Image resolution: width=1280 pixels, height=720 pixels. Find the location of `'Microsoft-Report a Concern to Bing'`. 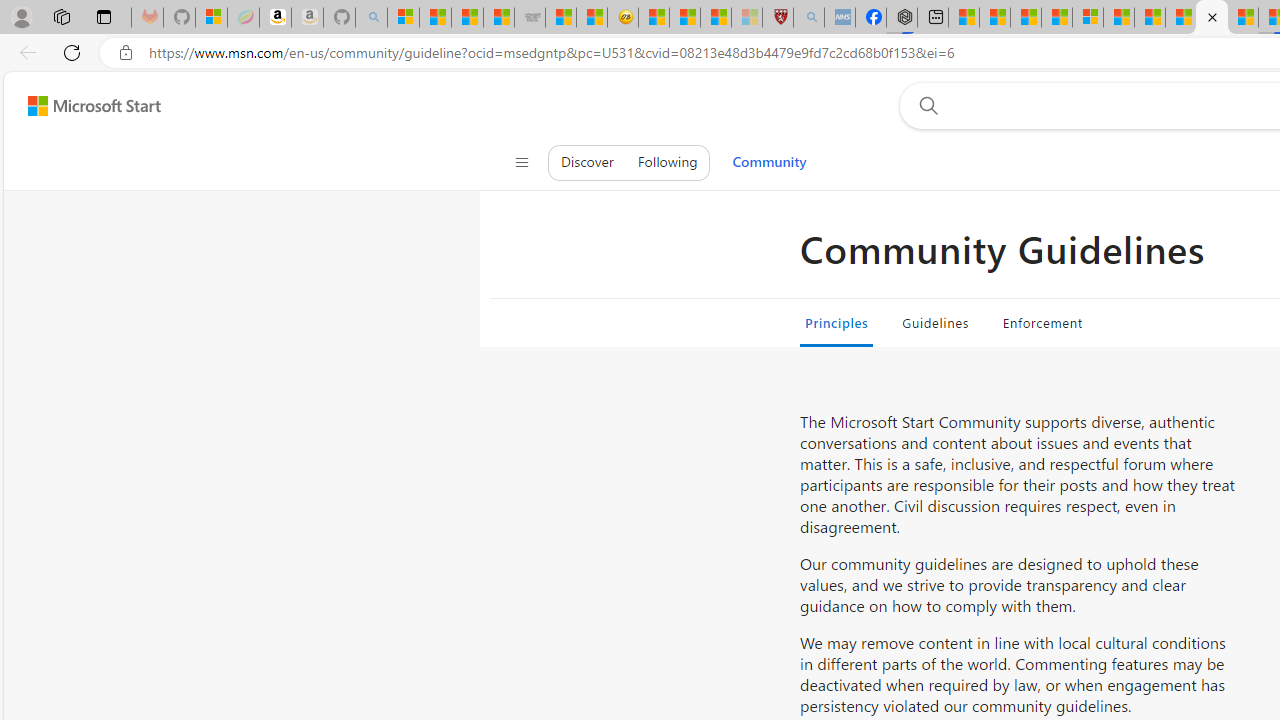

'Microsoft-Report a Concern to Bing' is located at coordinates (211, 17).